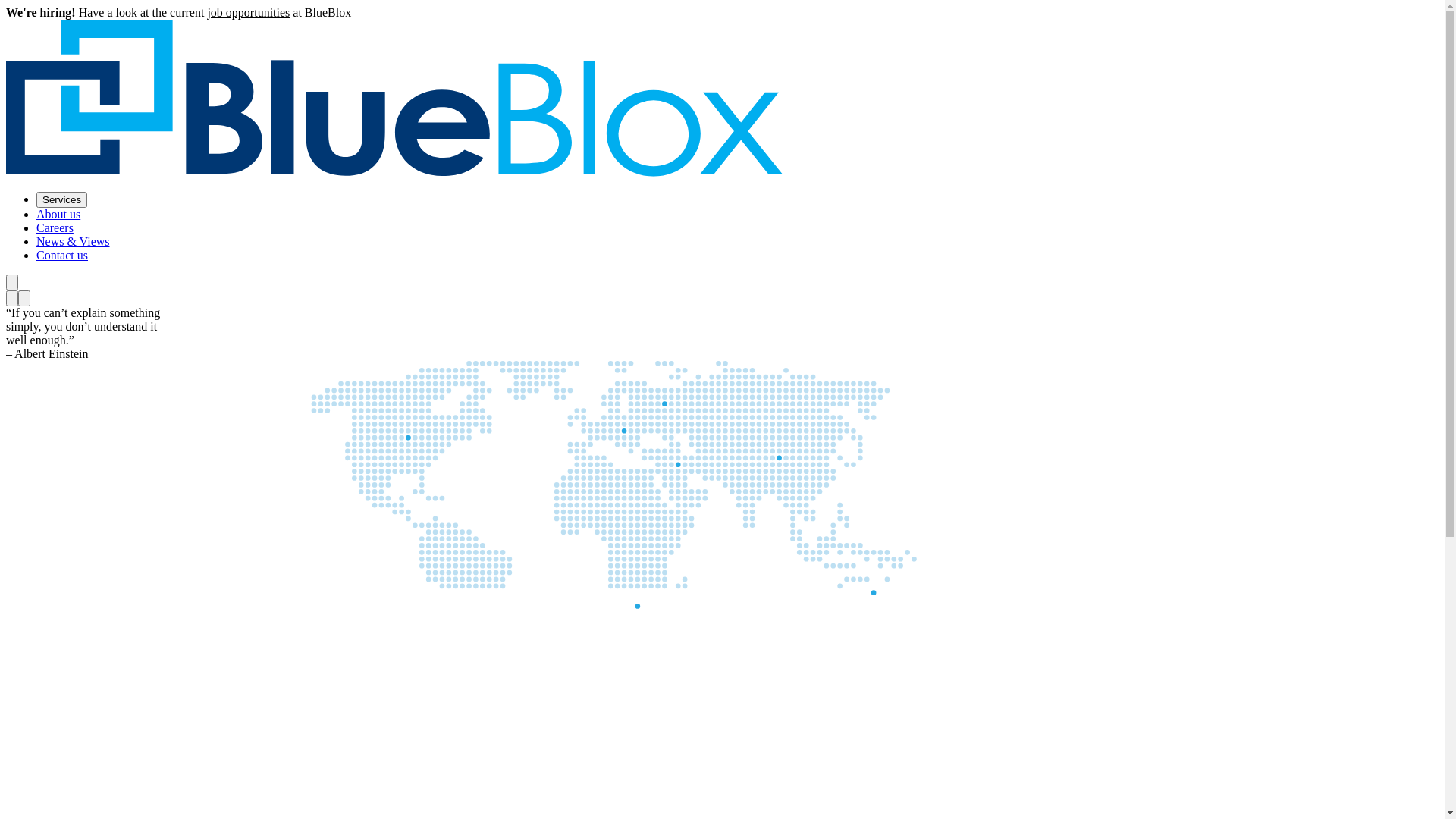 The height and width of the screenshot is (819, 1456). What do you see at coordinates (61, 199) in the screenshot?
I see `'Services'` at bounding box center [61, 199].